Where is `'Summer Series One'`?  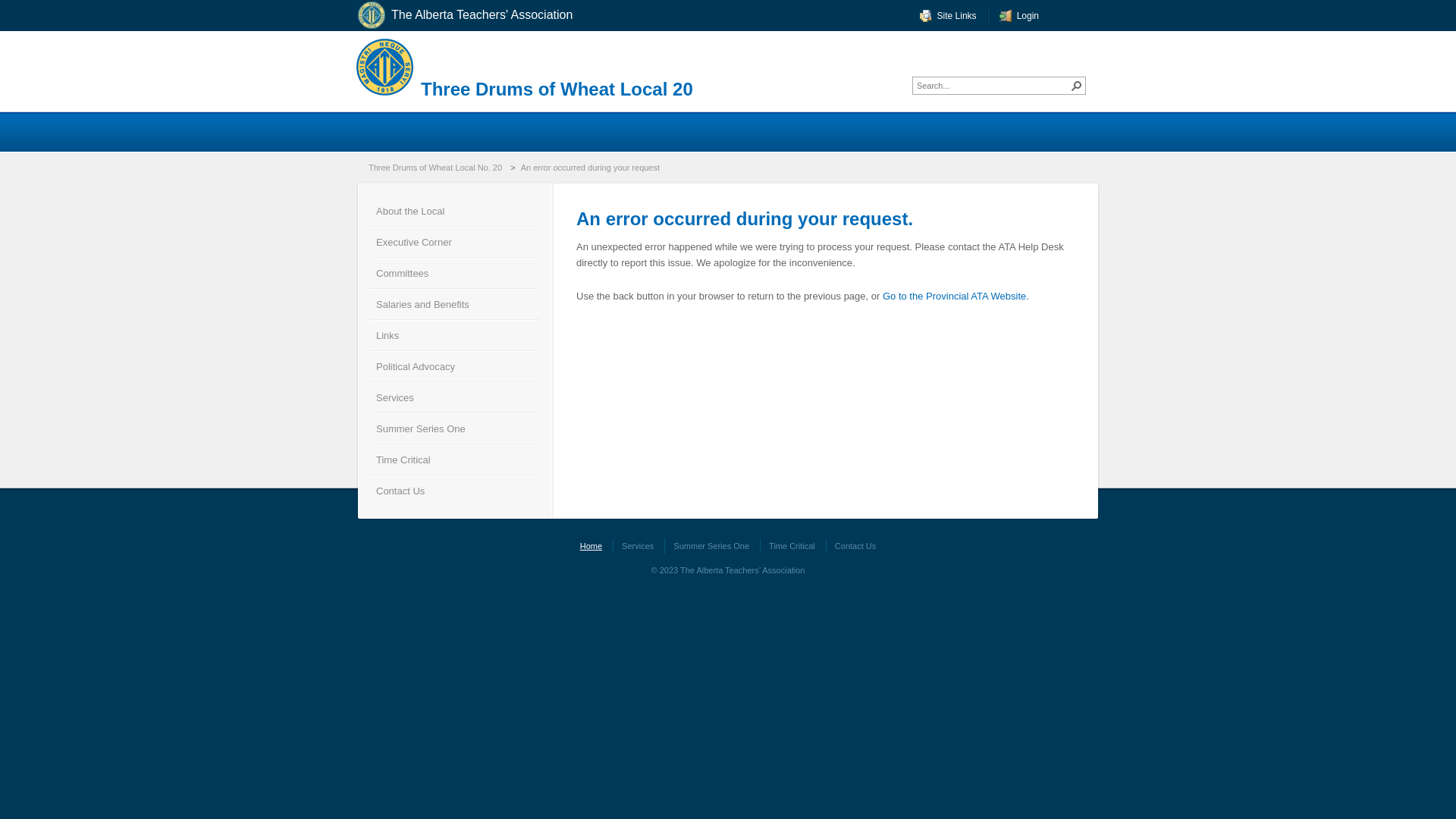 'Summer Series One' is located at coordinates (710, 546).